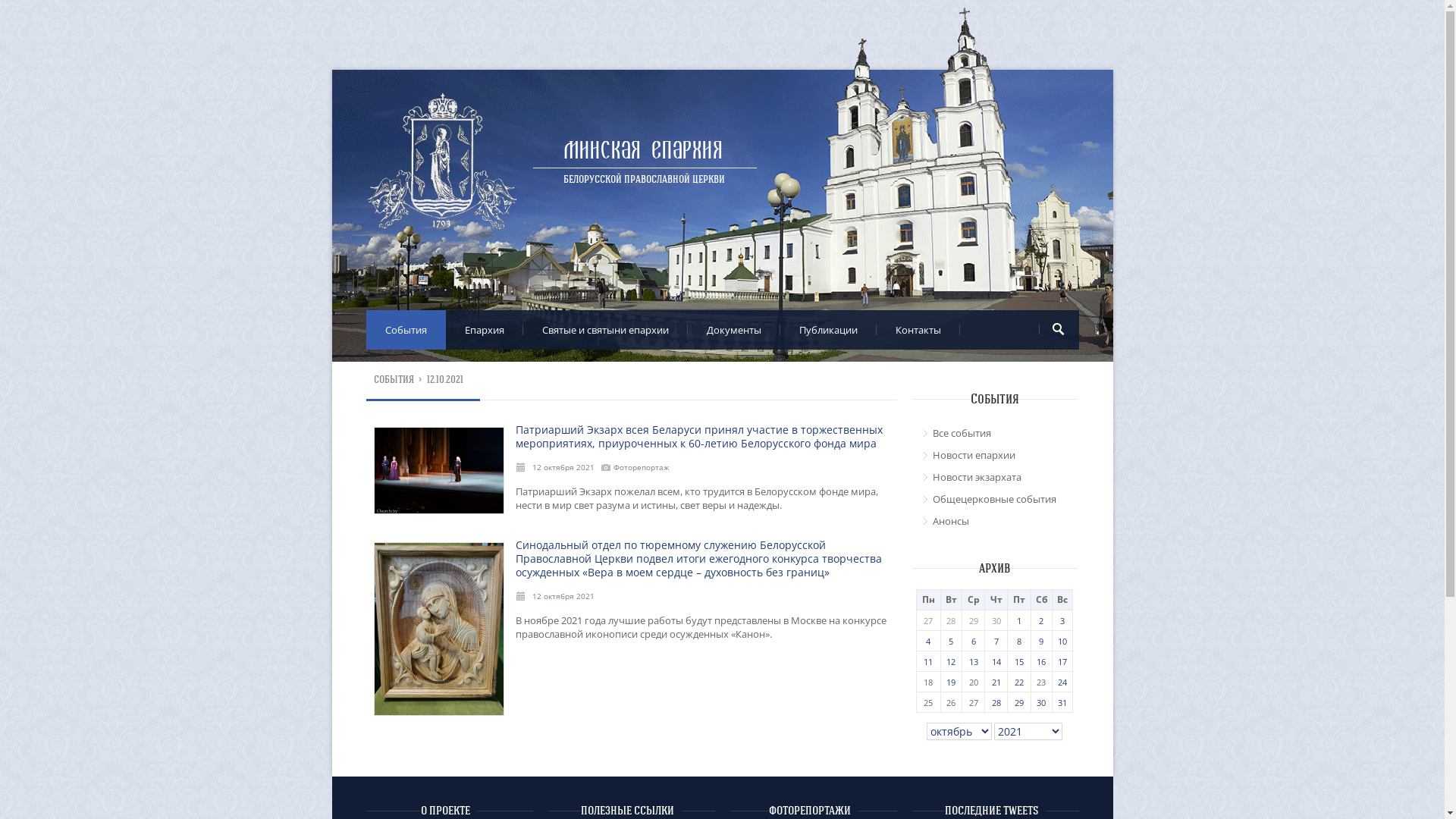 The height and width of the screenshot is (819, 1456). What do you see at coordinates (1019, 641) in the screenshot?
I see `'8'` at bounding box center [1019, 641].